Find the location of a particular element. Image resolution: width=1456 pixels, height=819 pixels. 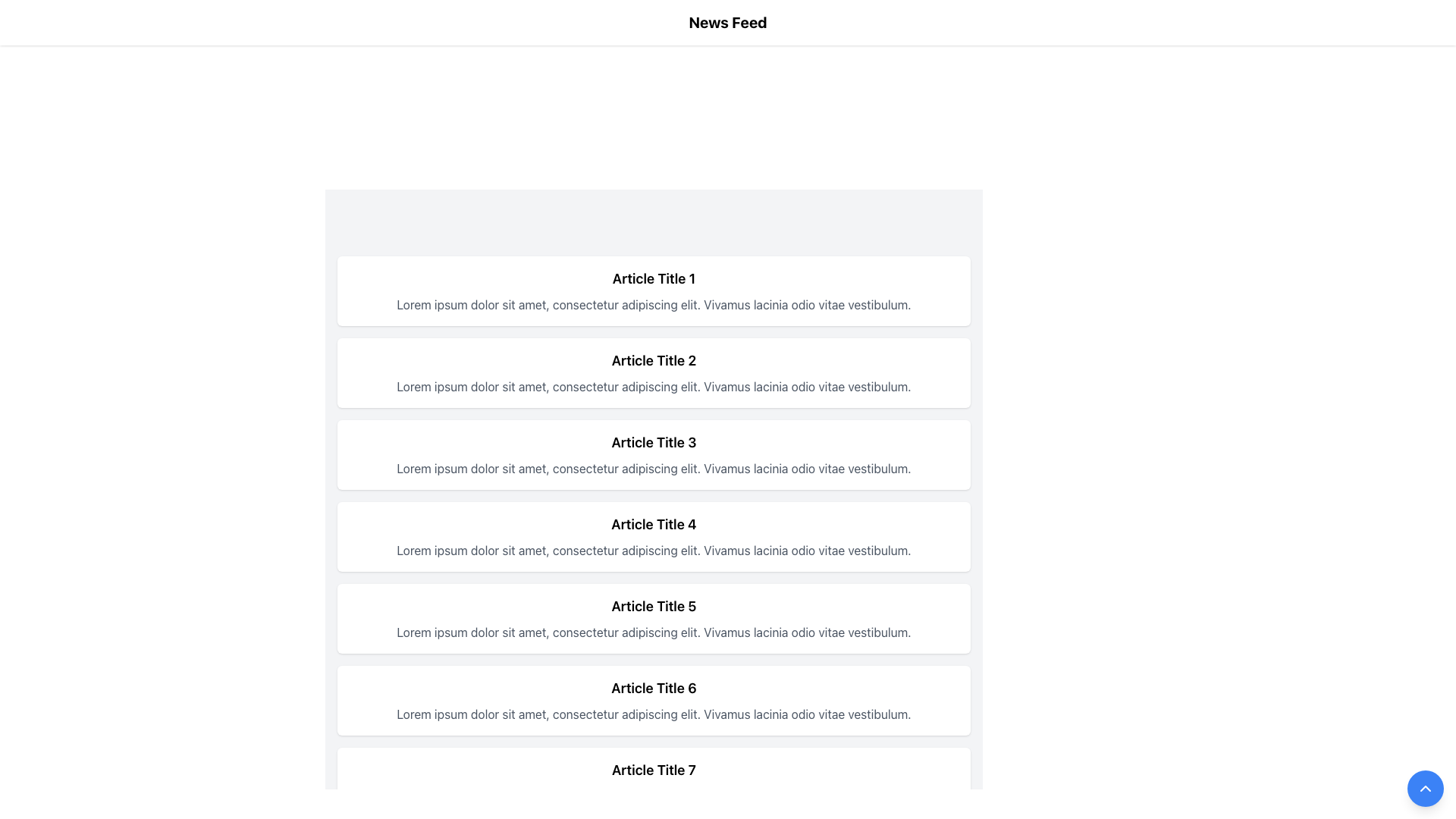

the content associated with the bold header text element displaying 'Article Title 4', located at the top of the fourth item in a vertical list layout is located at coordinates (654, 523).